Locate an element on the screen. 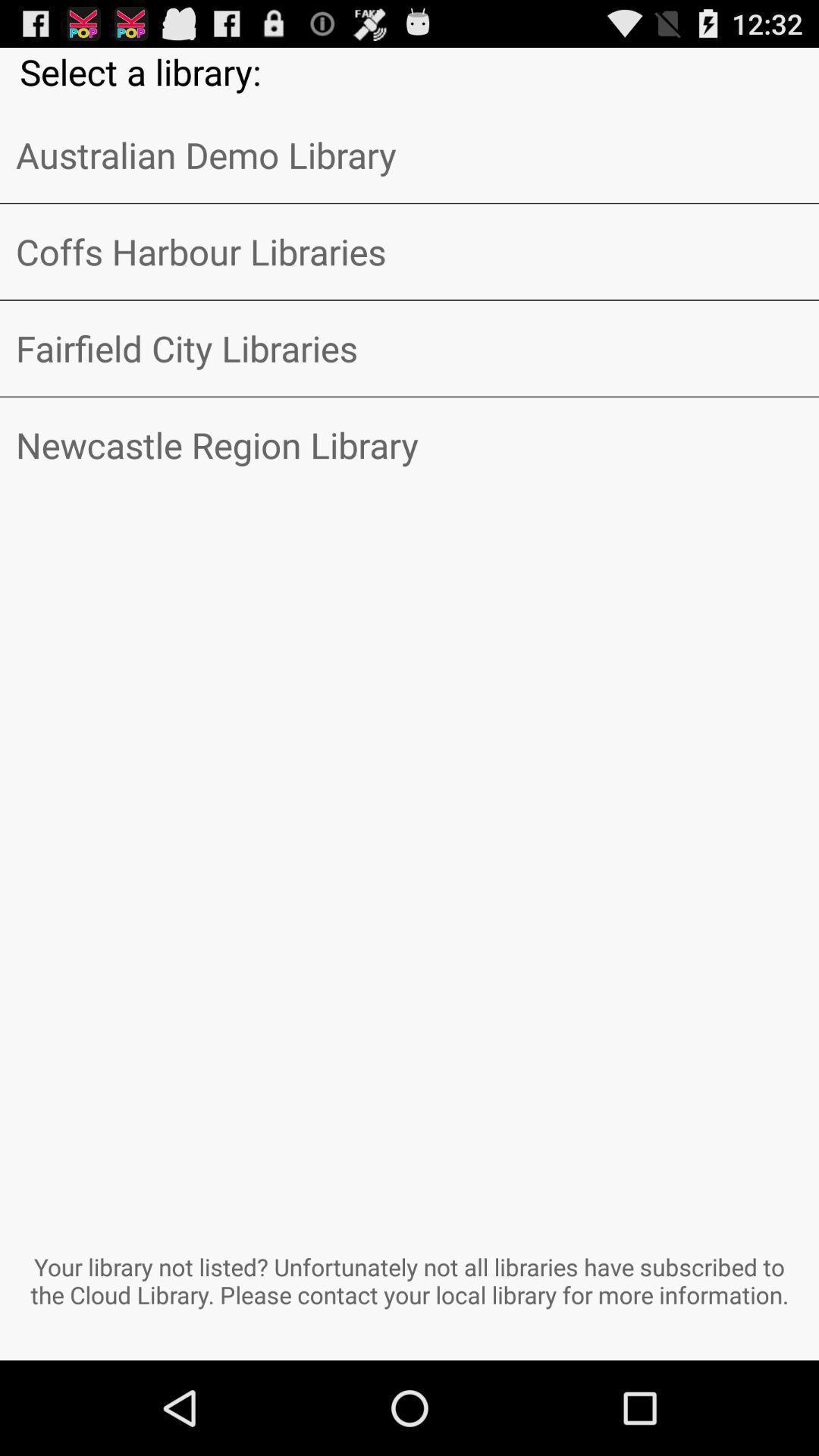  the item below the coffs harbour libraries item is located at coordinates (409, 347).